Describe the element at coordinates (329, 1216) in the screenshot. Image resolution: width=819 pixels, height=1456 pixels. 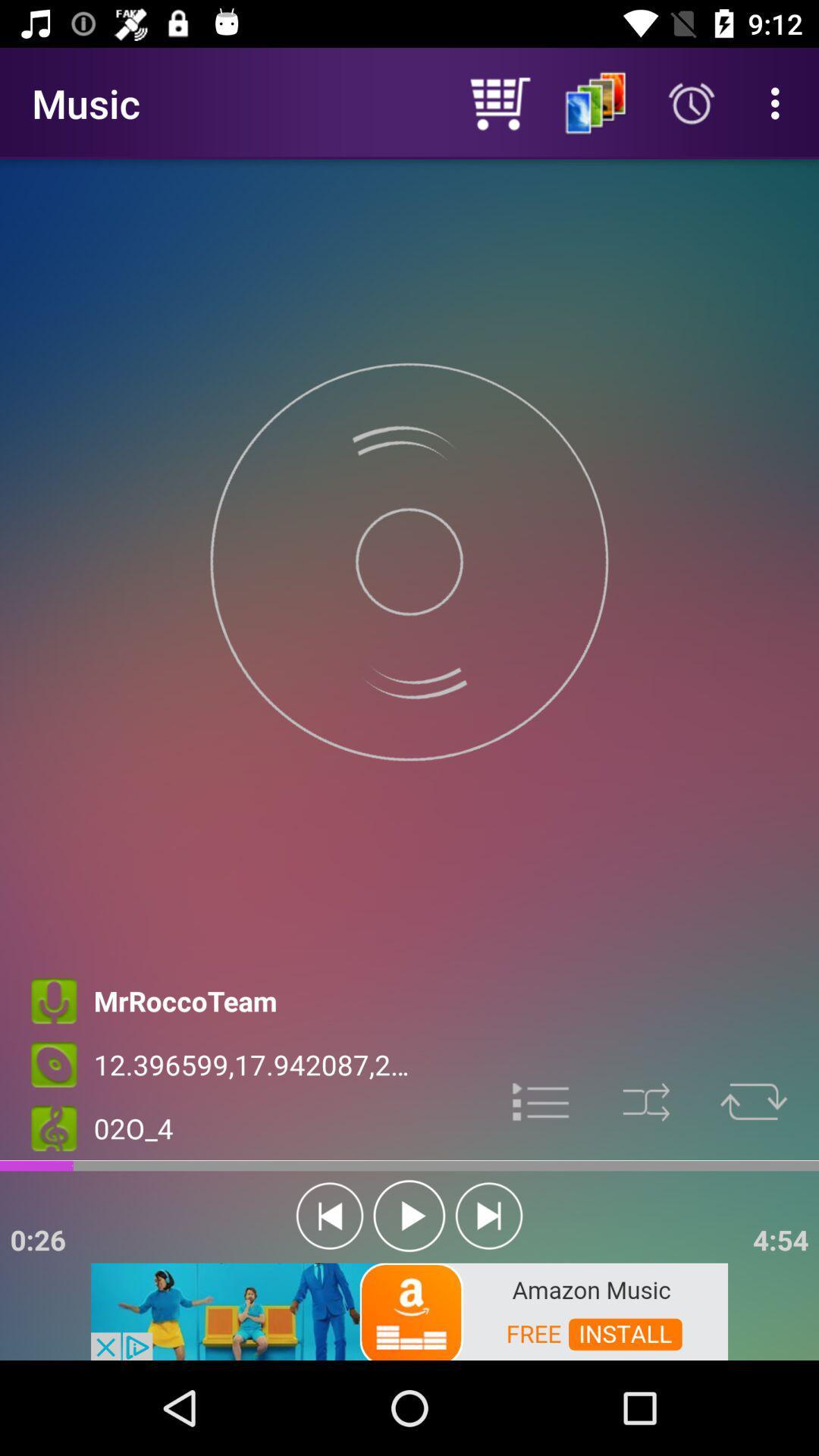
I see `rewind track` at that location.